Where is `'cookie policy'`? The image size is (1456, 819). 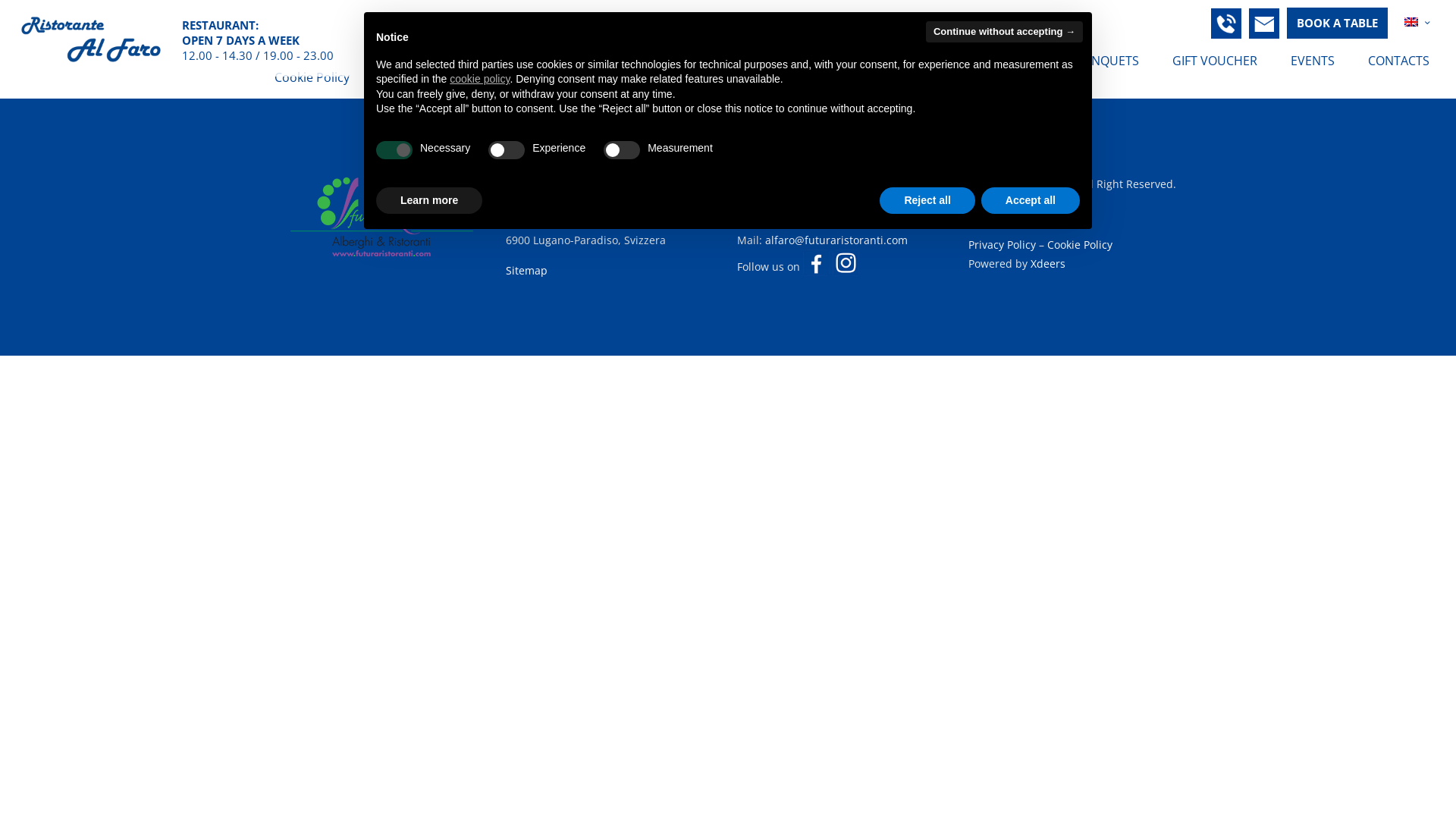
'cookie policy' is located at coordinates (479, 79).